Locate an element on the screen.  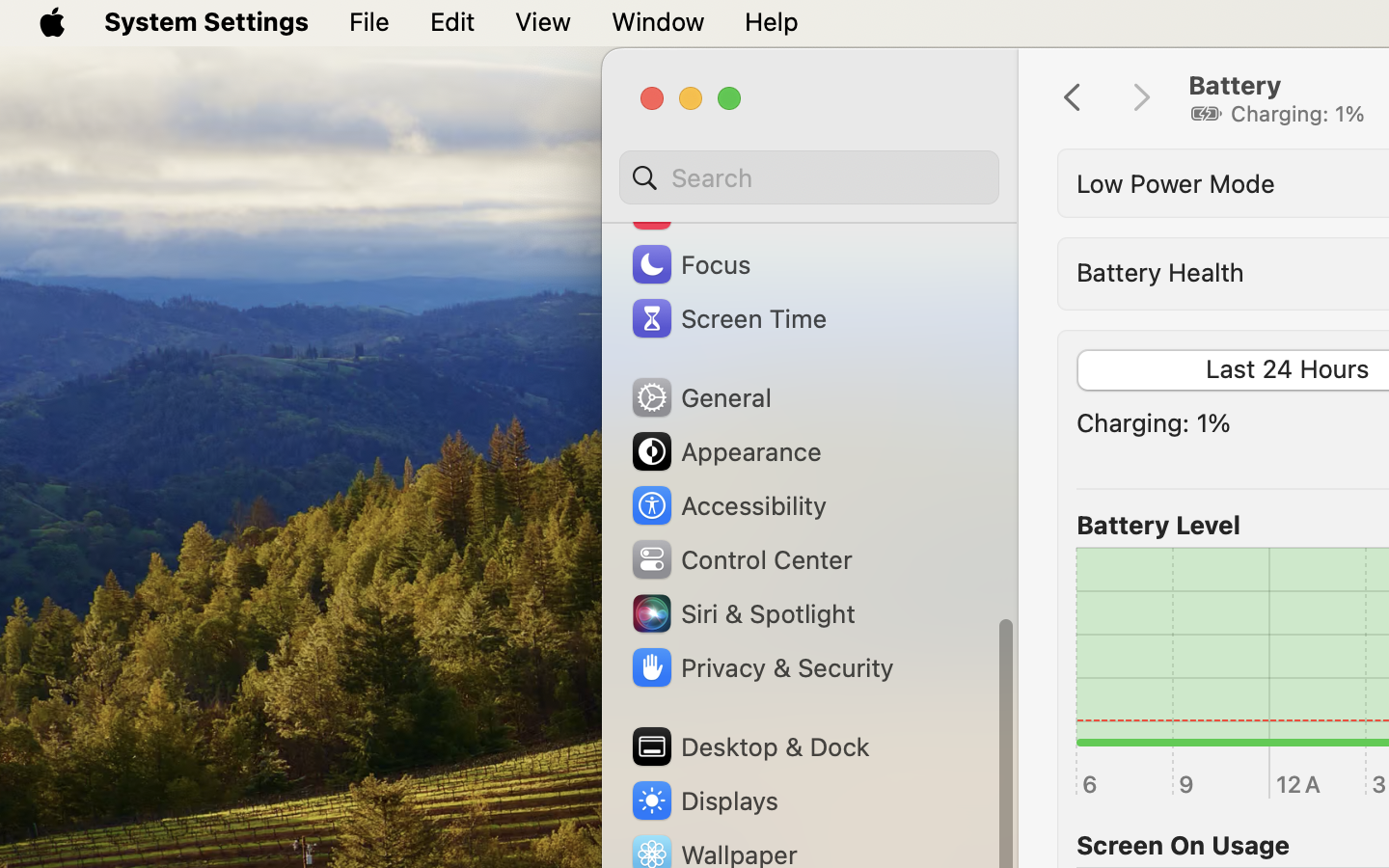
'Screen Time' is located at coordinates (726, 317).